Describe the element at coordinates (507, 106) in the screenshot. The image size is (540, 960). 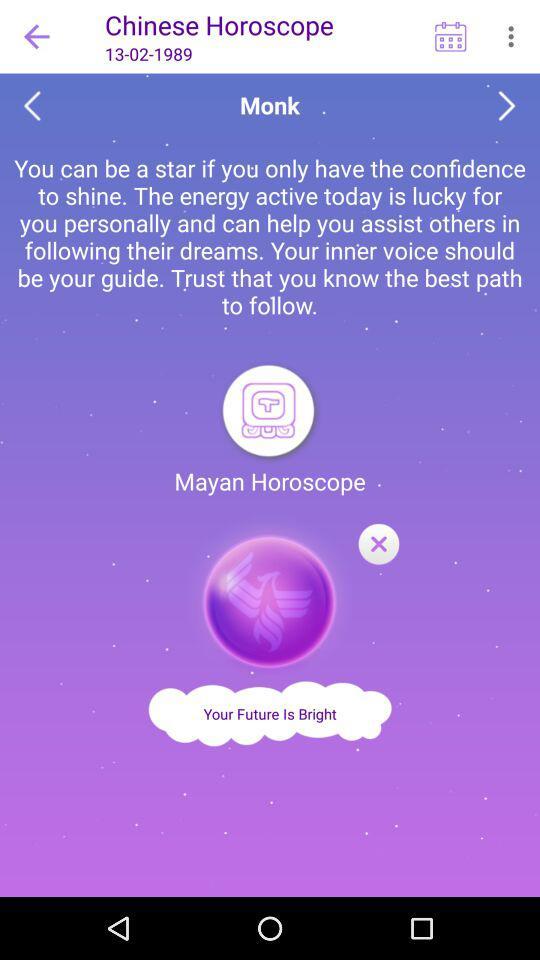
I see `the arrow_forward icon` at that location.